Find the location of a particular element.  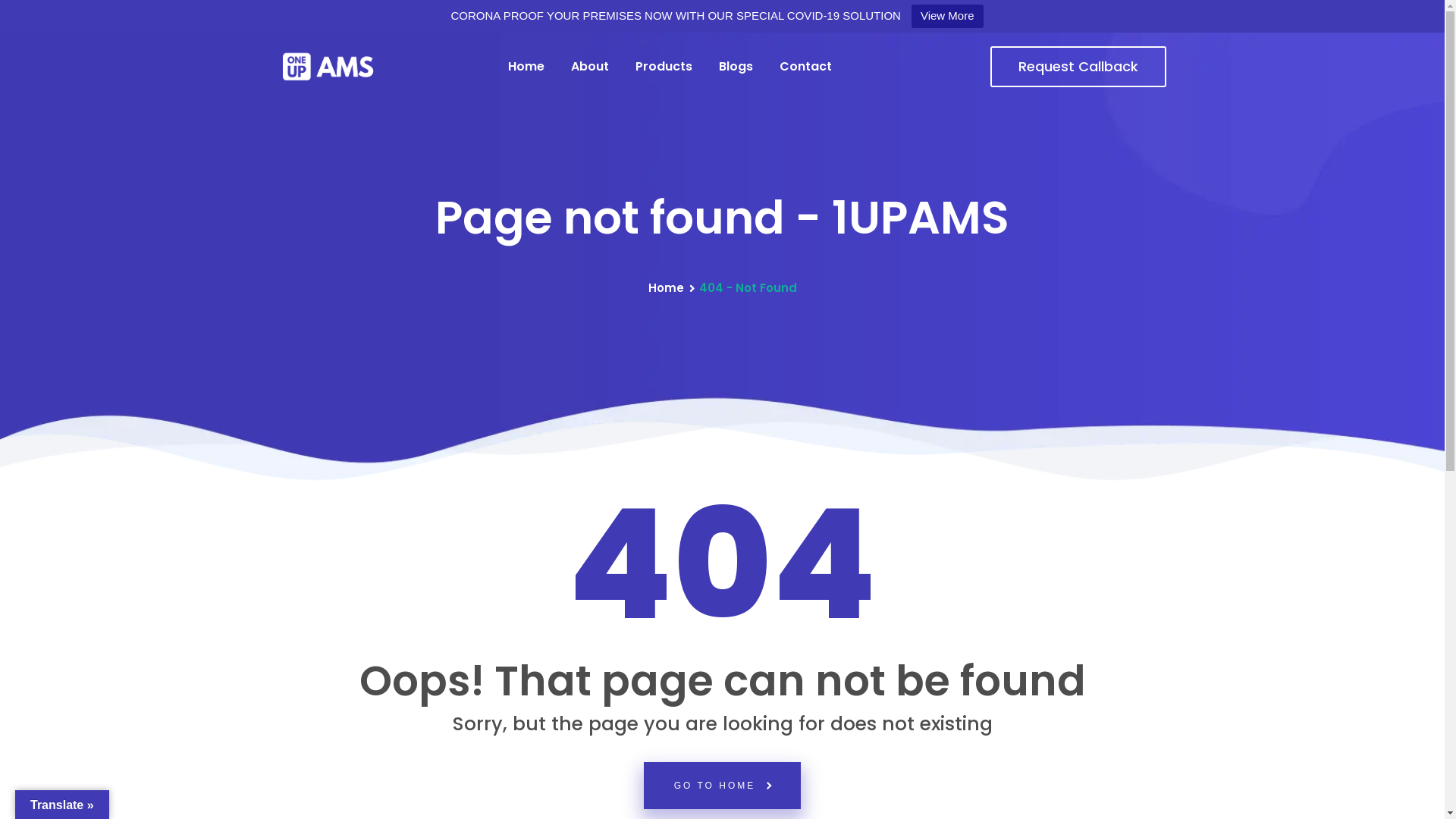

'Contact' is located at coordinates (805, 66).